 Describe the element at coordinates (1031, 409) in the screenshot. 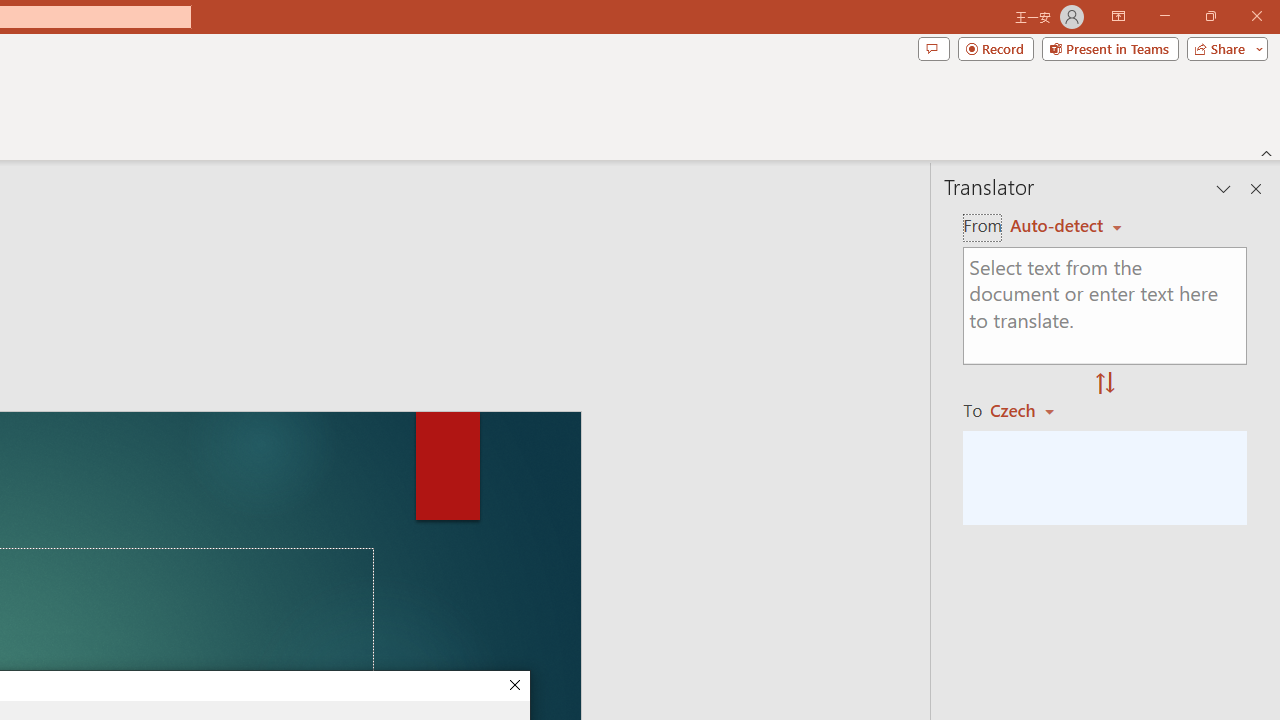

I see `'Czech'` at that location.